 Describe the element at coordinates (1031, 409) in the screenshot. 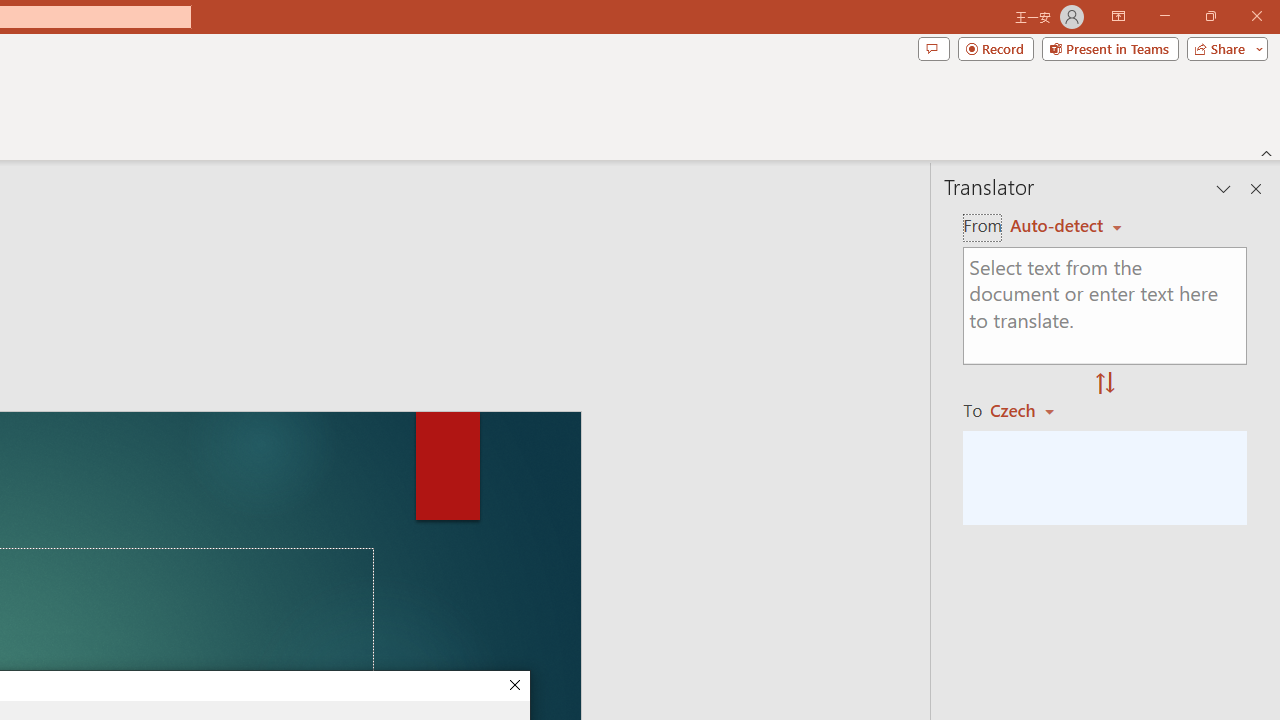

I see `'Czech'` at that location.